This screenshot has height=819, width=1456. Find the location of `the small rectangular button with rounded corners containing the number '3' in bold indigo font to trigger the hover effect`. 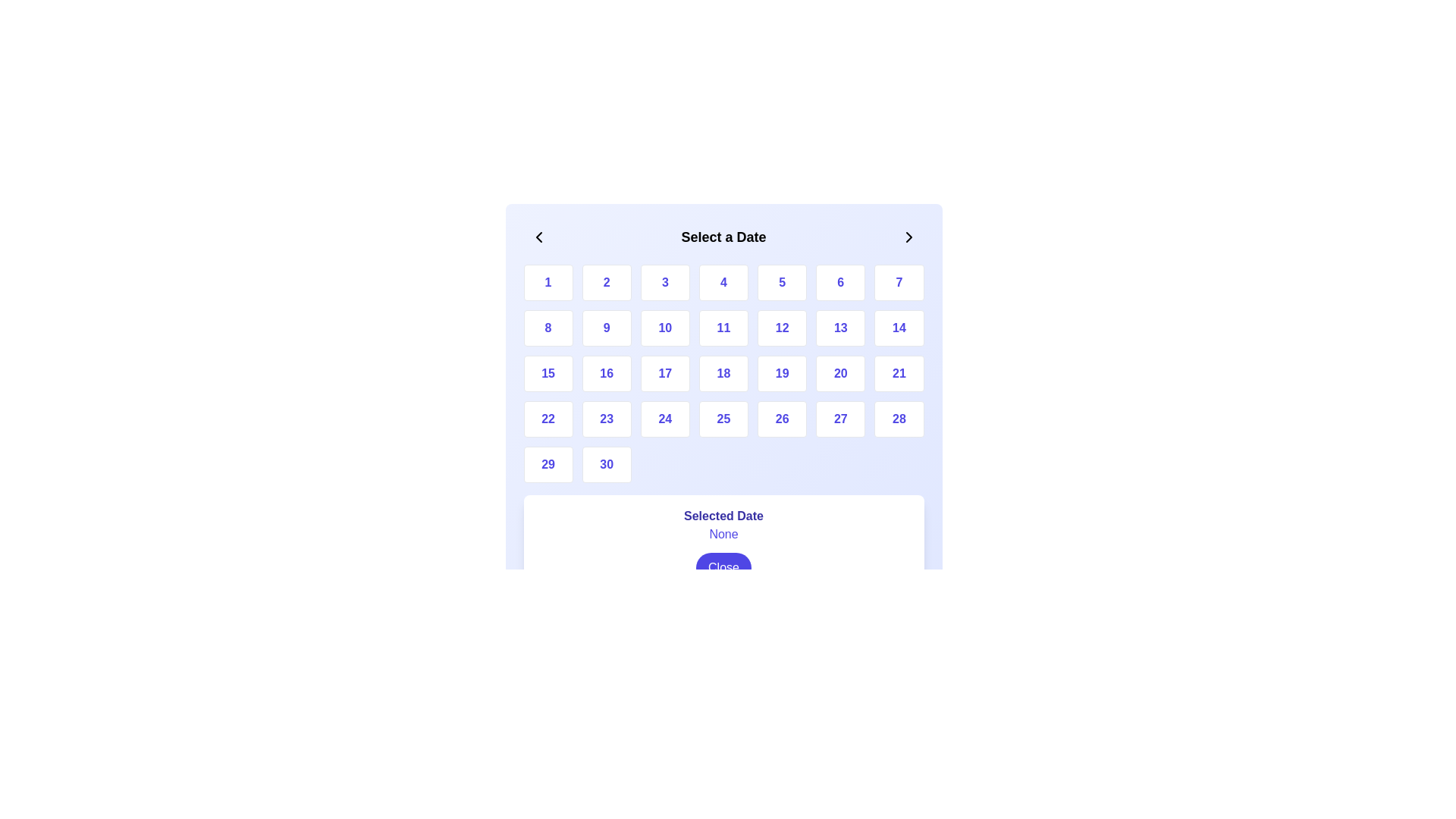

the small rectangular button with rounded corners containing the number '3' in bold indigo font to trigger the hover effect is located at coordinates (665, 283).